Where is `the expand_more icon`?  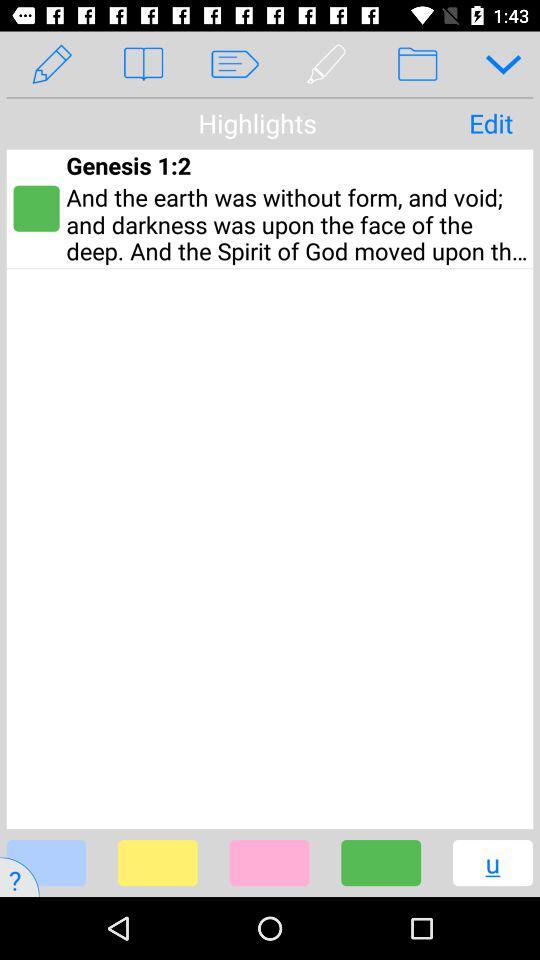 the expand_more icon is located at coordinates (495, 64).